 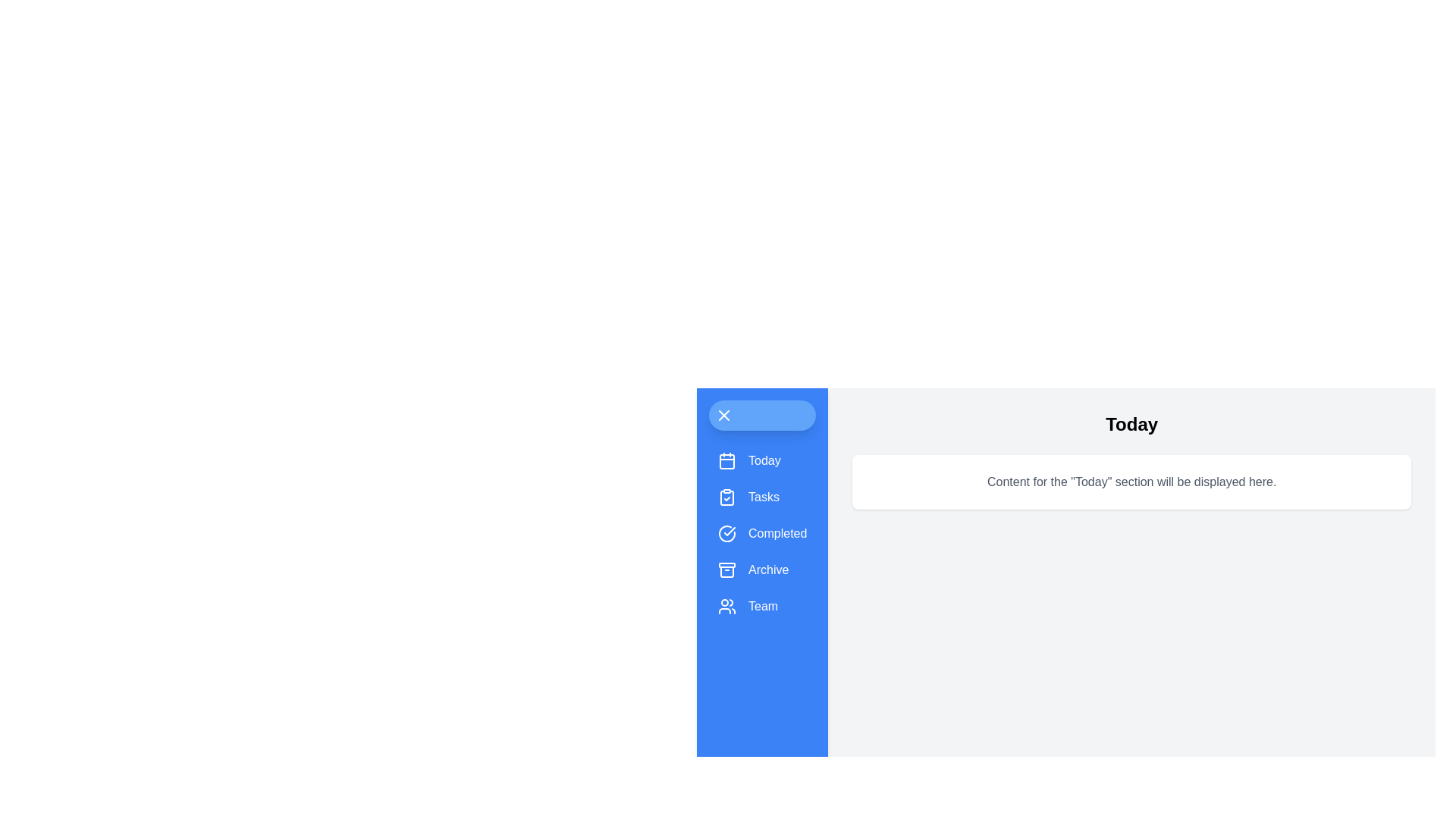 What do you see at coordinates (762, 533) in the screenshot?
I see `the tab labeled Completed from the side menu` at bounding box center [762, 533].